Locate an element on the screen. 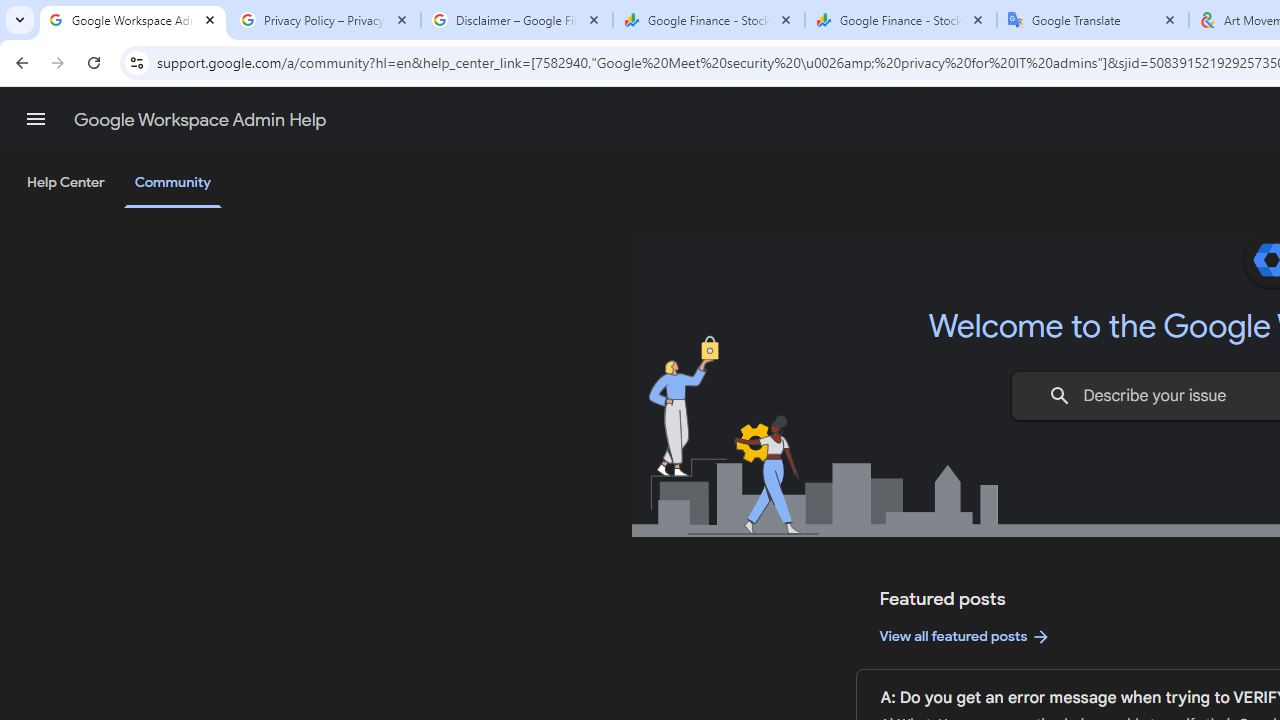  'Community' is located at coordinates (172, 183).